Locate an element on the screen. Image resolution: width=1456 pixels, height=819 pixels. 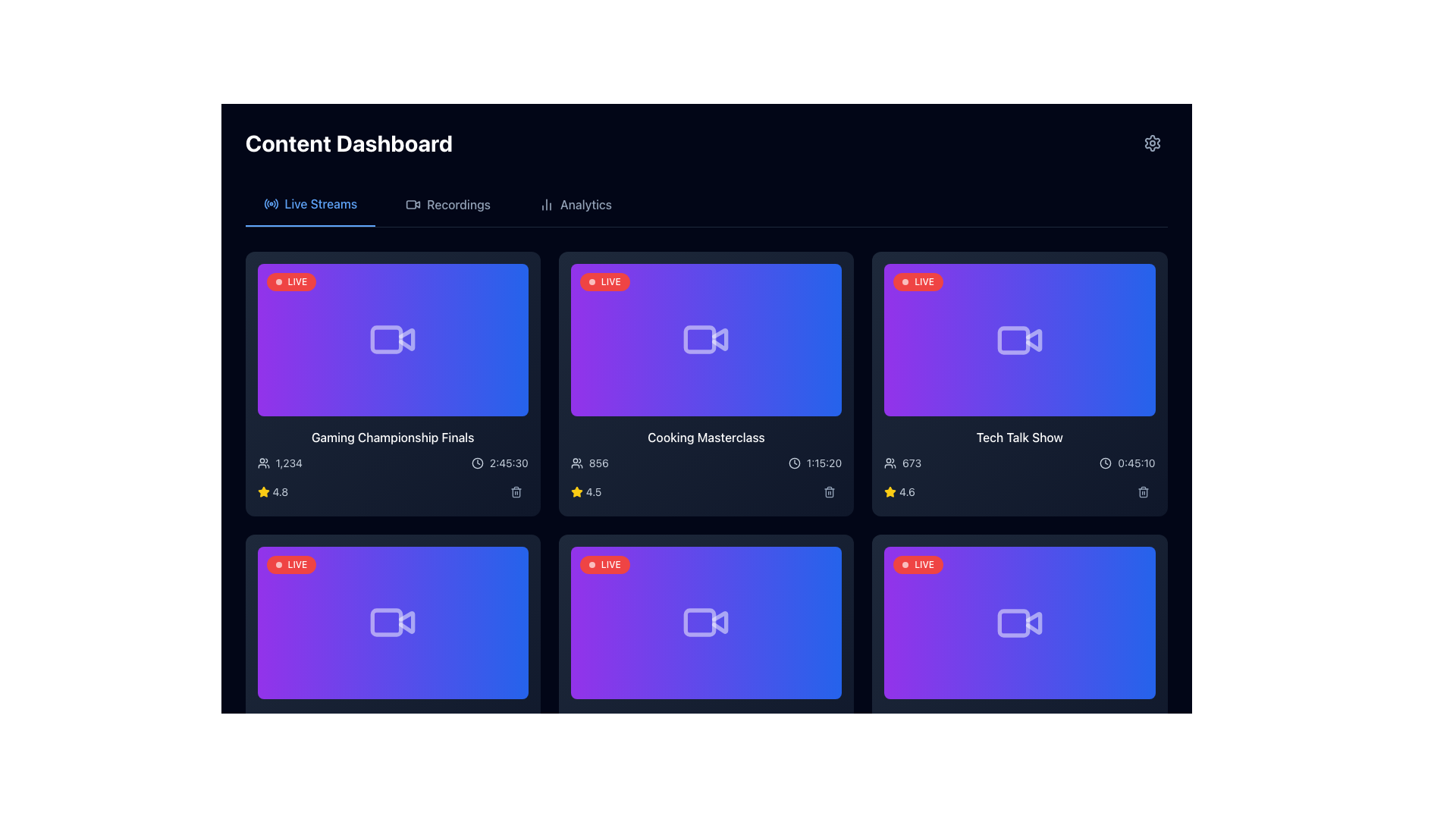
text displaying the time value '0:45:10' accompanied by a clock icon located in the bottom-right corner of the 'Tech Talk Show' card in the third column of the top row is located at coordinates (1128, 462).